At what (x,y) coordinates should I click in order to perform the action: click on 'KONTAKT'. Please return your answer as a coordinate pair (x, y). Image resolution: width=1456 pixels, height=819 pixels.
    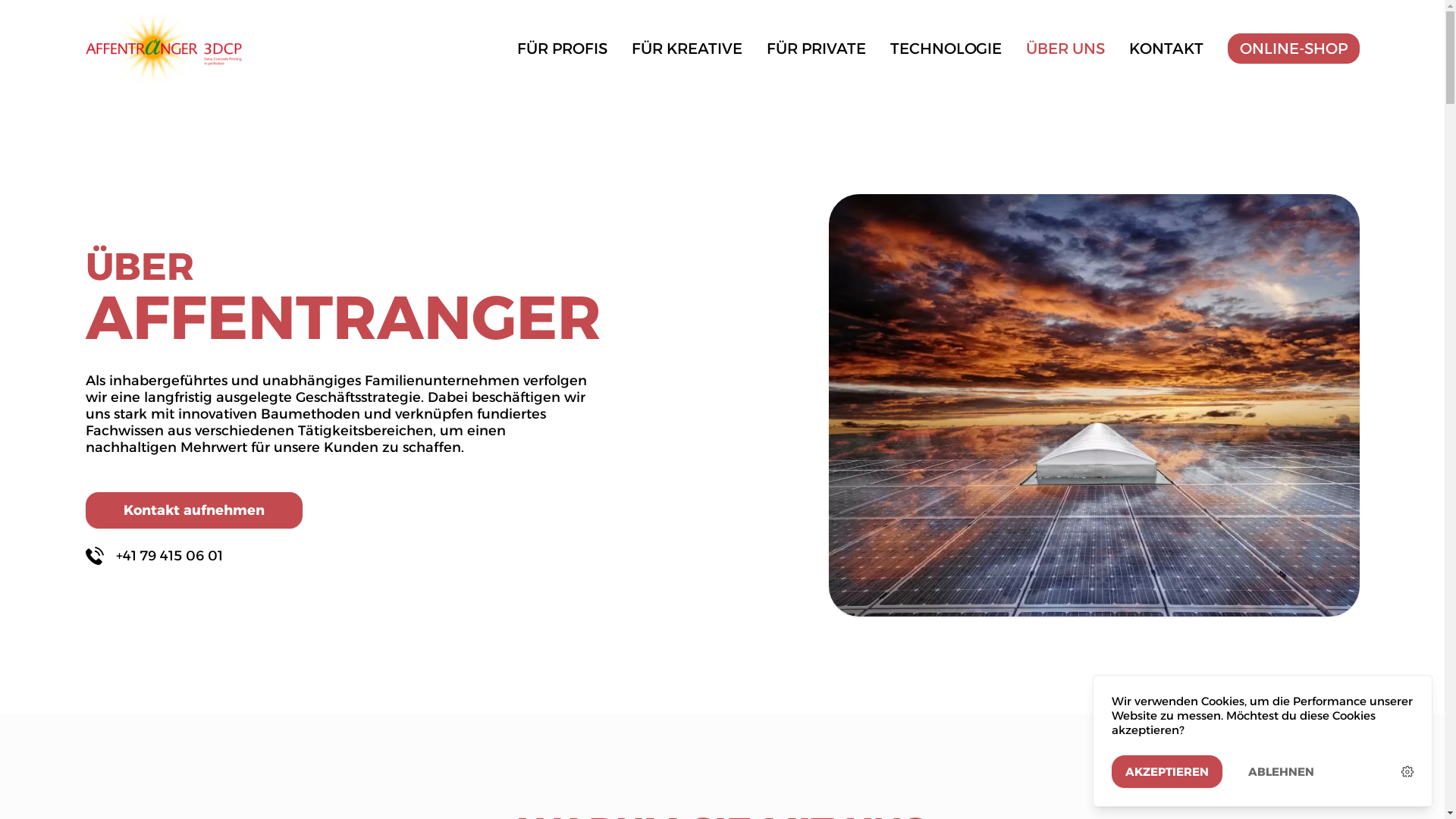
    Looking at the image, I should click on (1164, 48).